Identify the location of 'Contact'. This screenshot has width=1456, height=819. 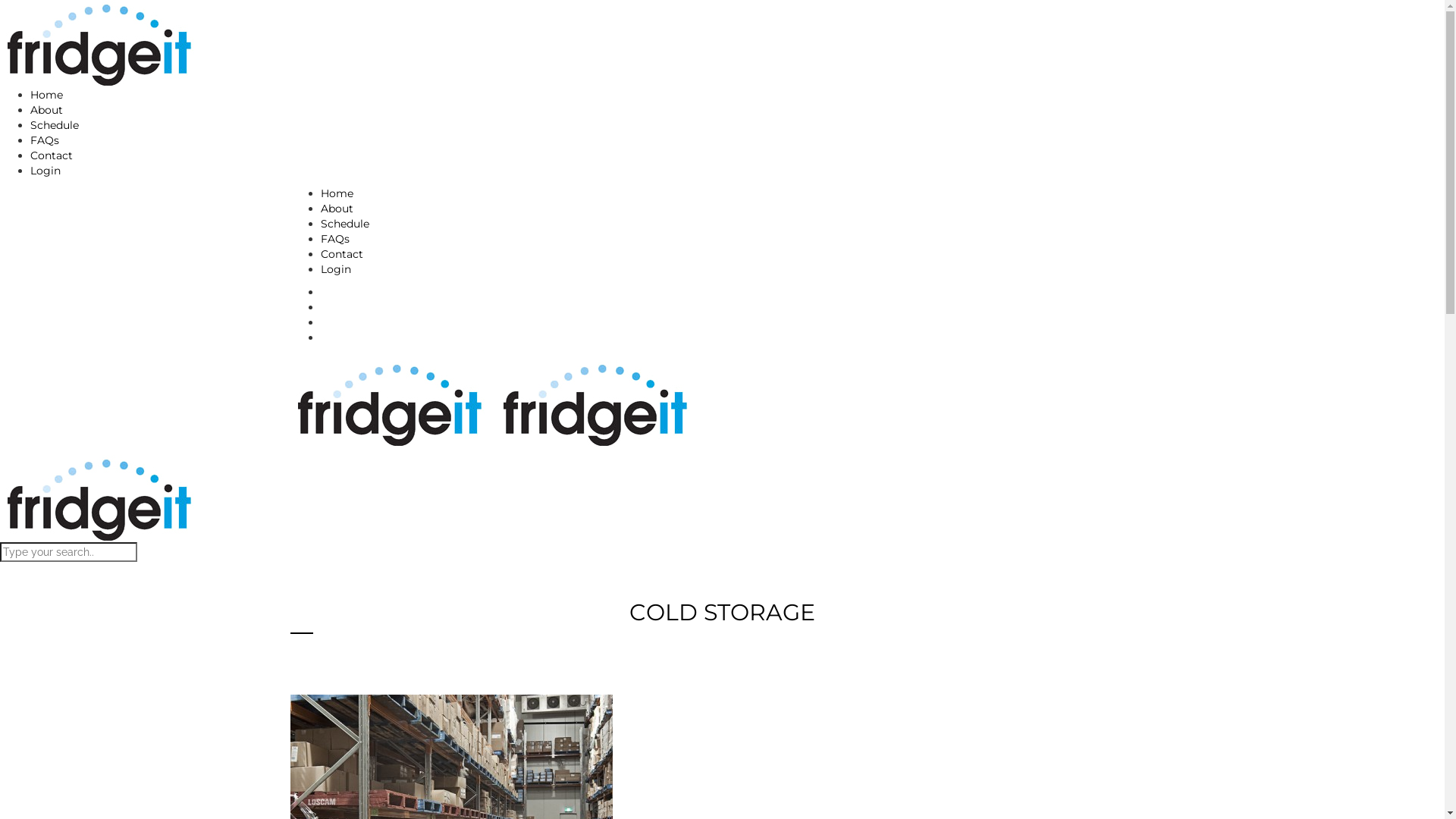
(319, 253).